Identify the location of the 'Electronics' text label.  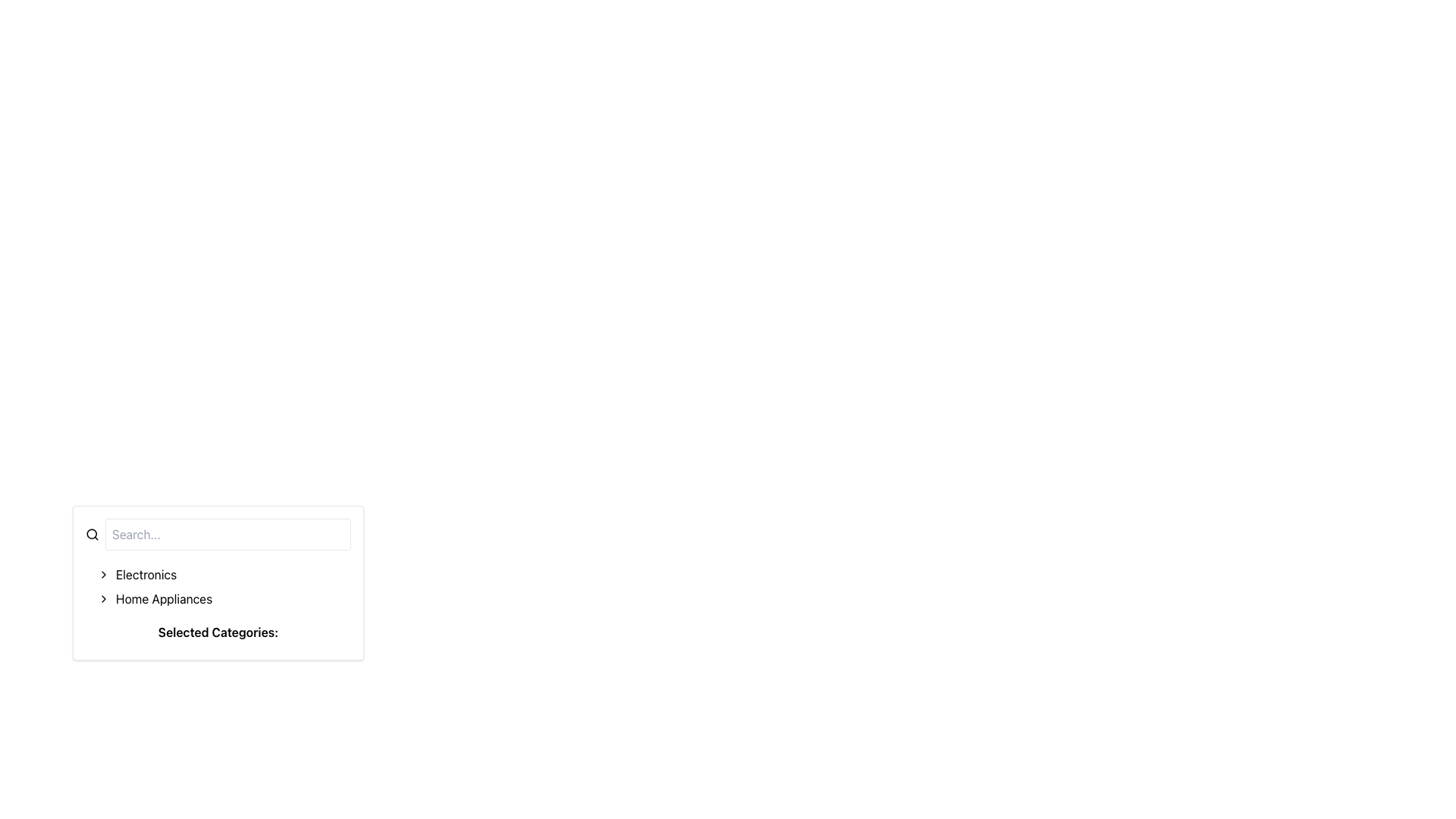
(146, 575).